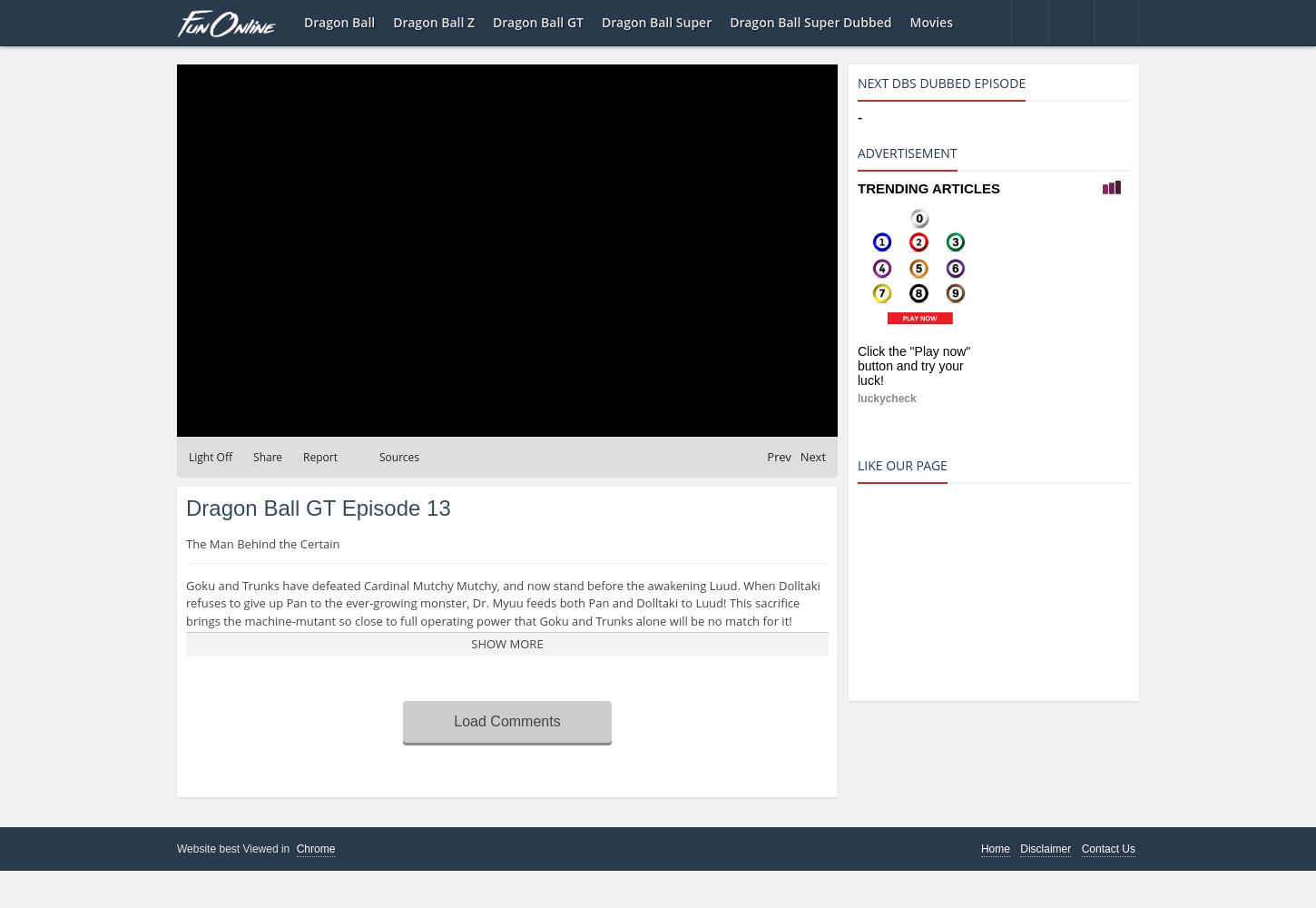 This screenshot has width=1316, height=908. Describe the element at coordinates (799, 457) in the screenshot. I see `'Next'` at that location.